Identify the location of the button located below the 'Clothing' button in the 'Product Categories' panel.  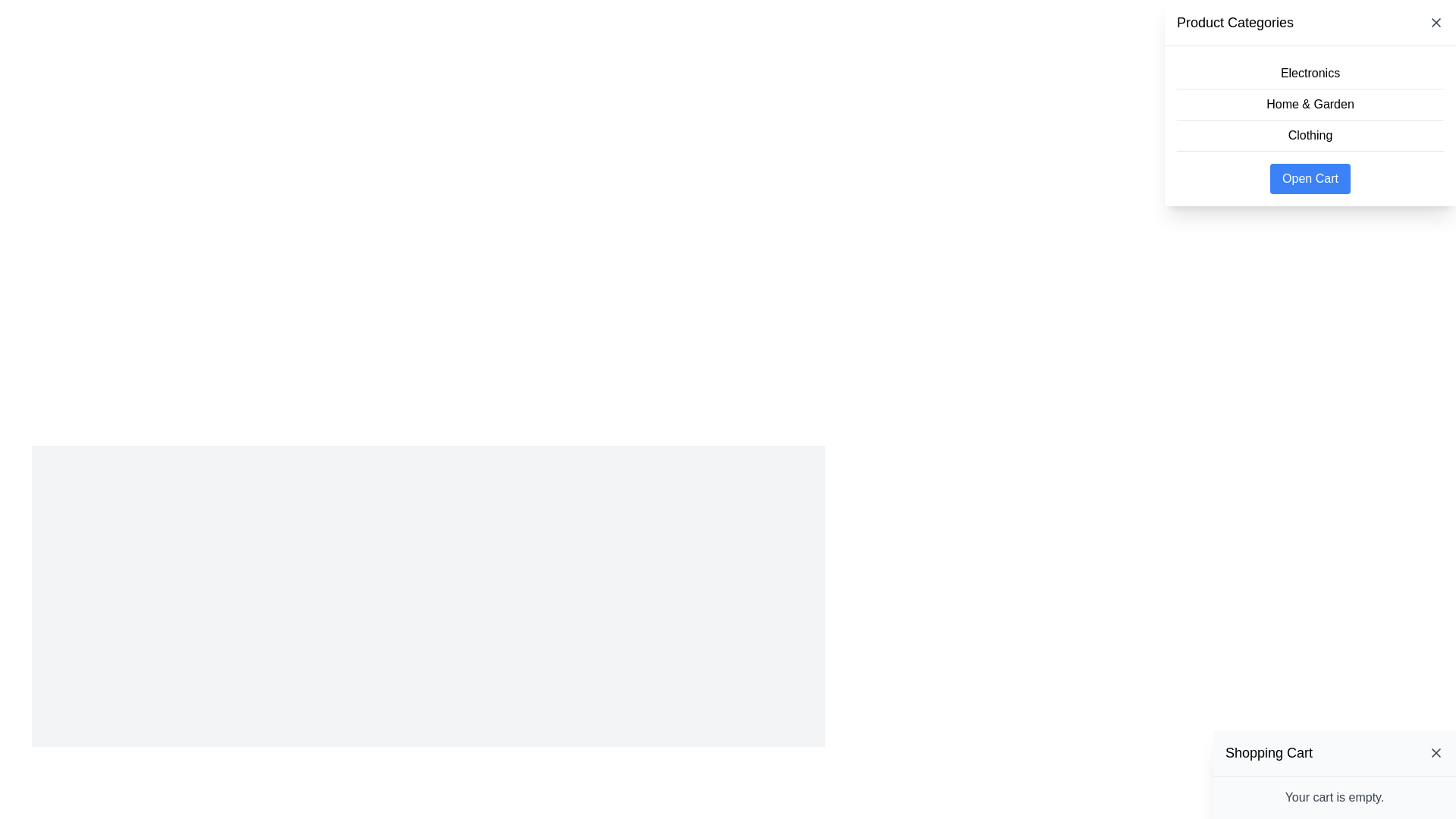
(1310, 177).